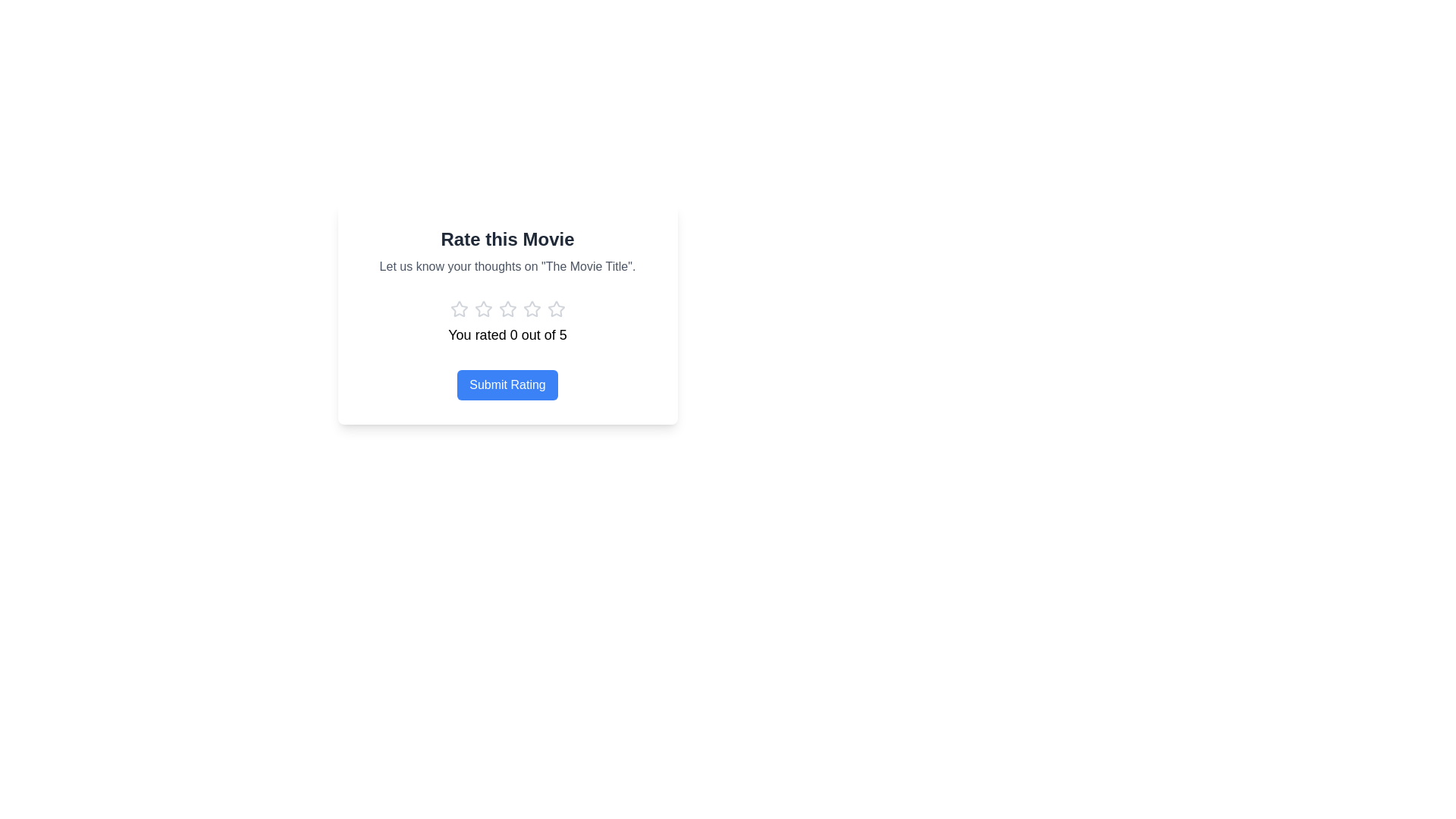  I want to click on the text label that informs the user about their current rating, which is initialized to 0 out of 5, located beneath the row of five star icons and above the 'Submit Rating' button, so click(507, 334).